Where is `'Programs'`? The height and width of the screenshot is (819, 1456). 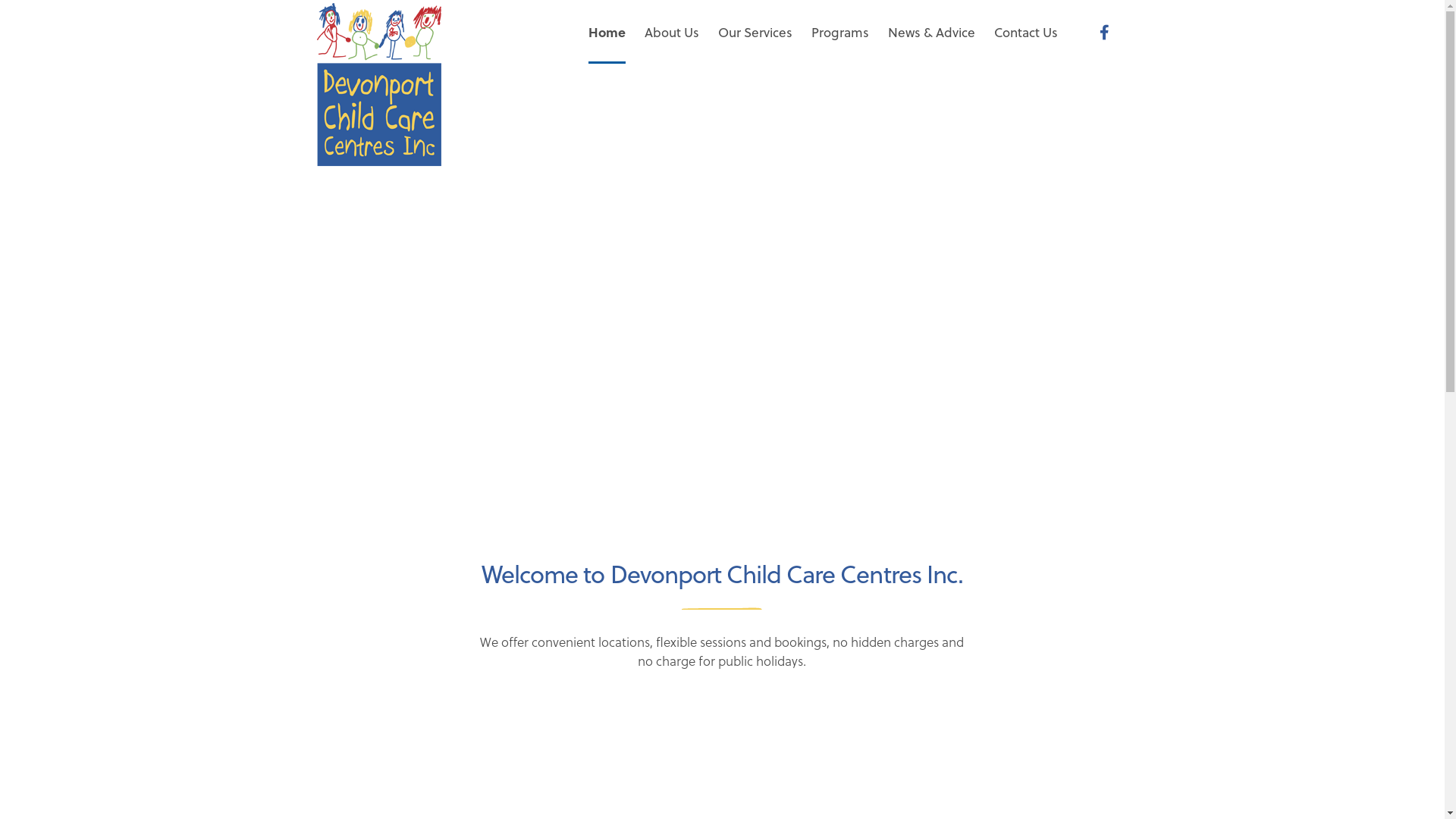
'Programs' is located at coordinates (839, 32).